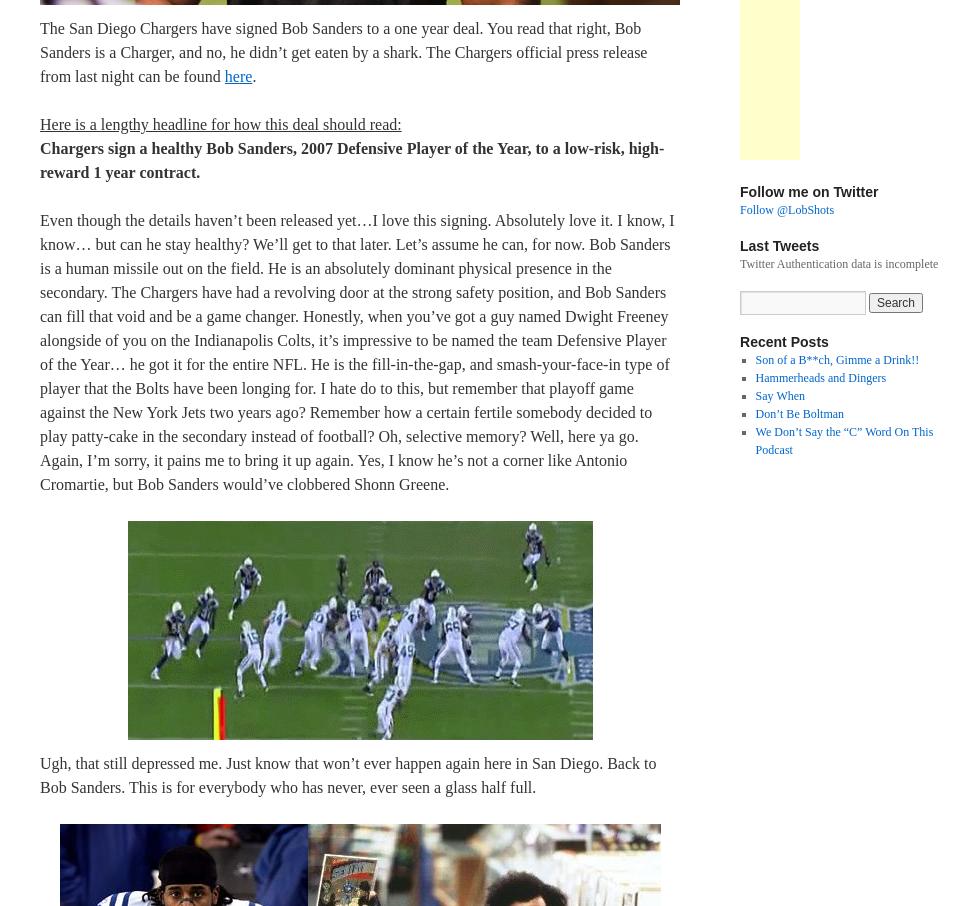  I want to click on 'Son of a B**ch, Gimme a Drink!!', so click(754, 360).